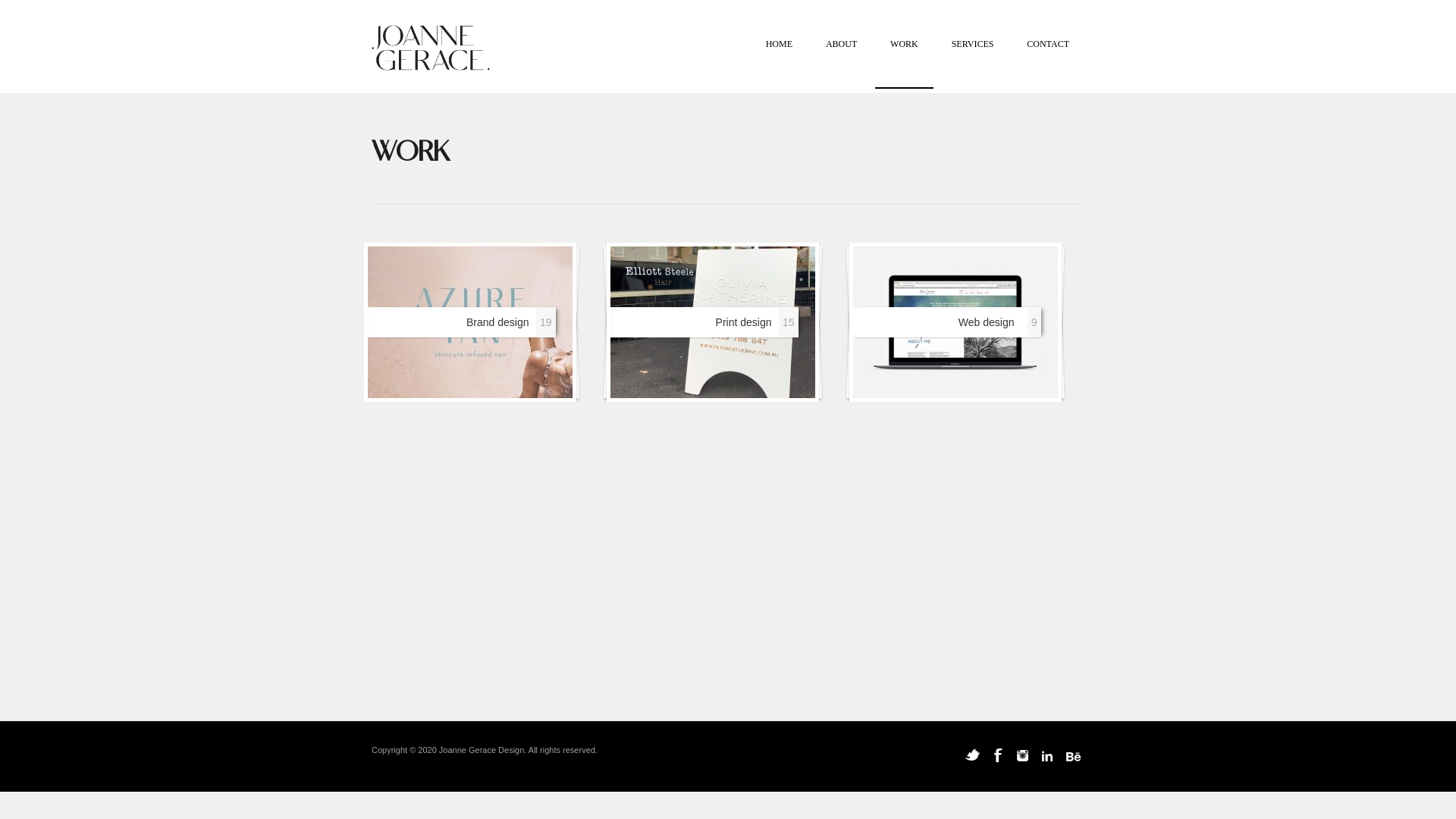 This screenshot has height=819, width=1456. What do you see at coordinates (810, 62) in the screenshot?
I see `'ABOUT'` at bounding box center [810, 62].